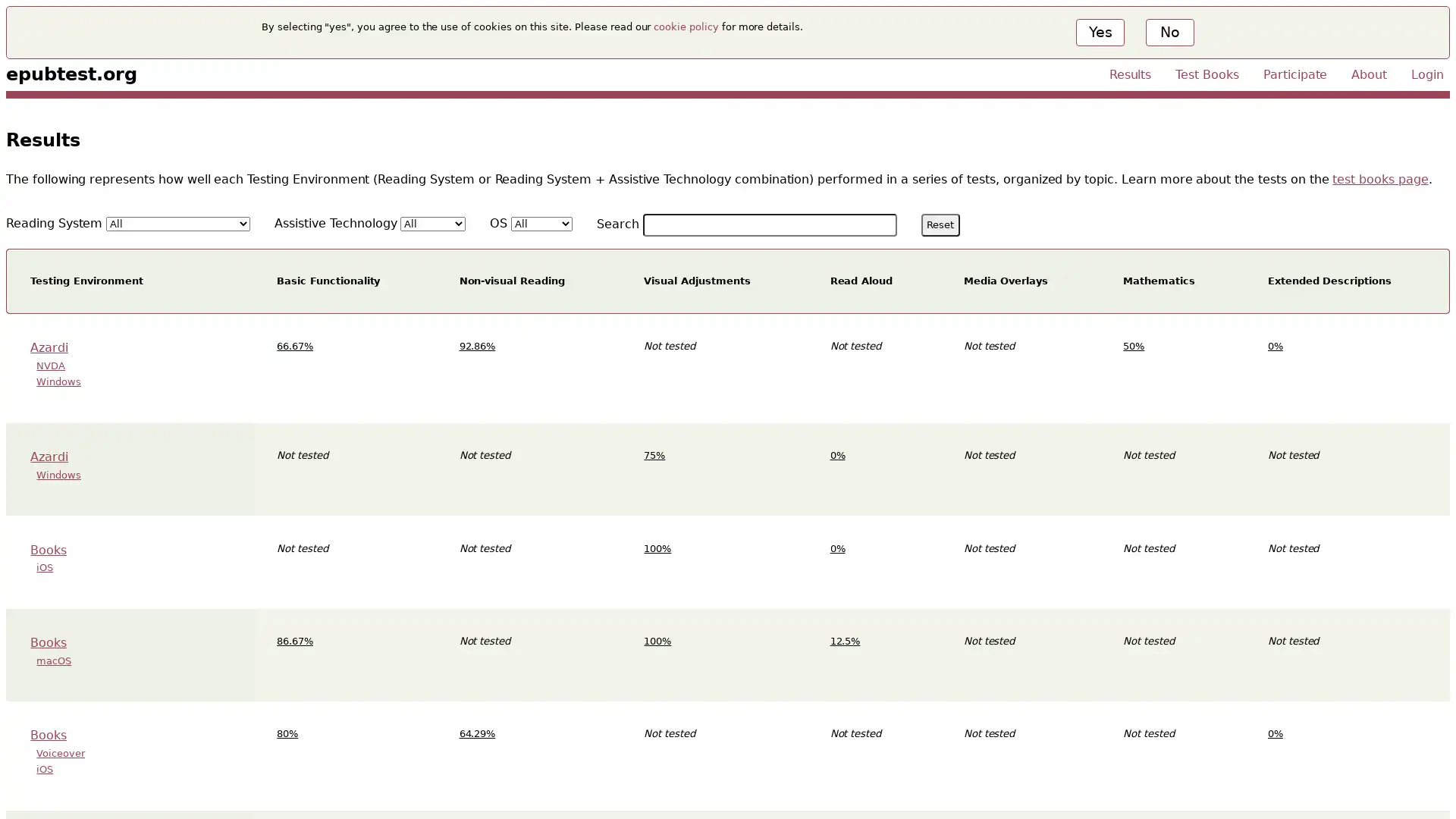 The image size is (1456, 819). Describe the element at coordinates (861, 281) in the screenshot. I see `Read Aloud` at that location.